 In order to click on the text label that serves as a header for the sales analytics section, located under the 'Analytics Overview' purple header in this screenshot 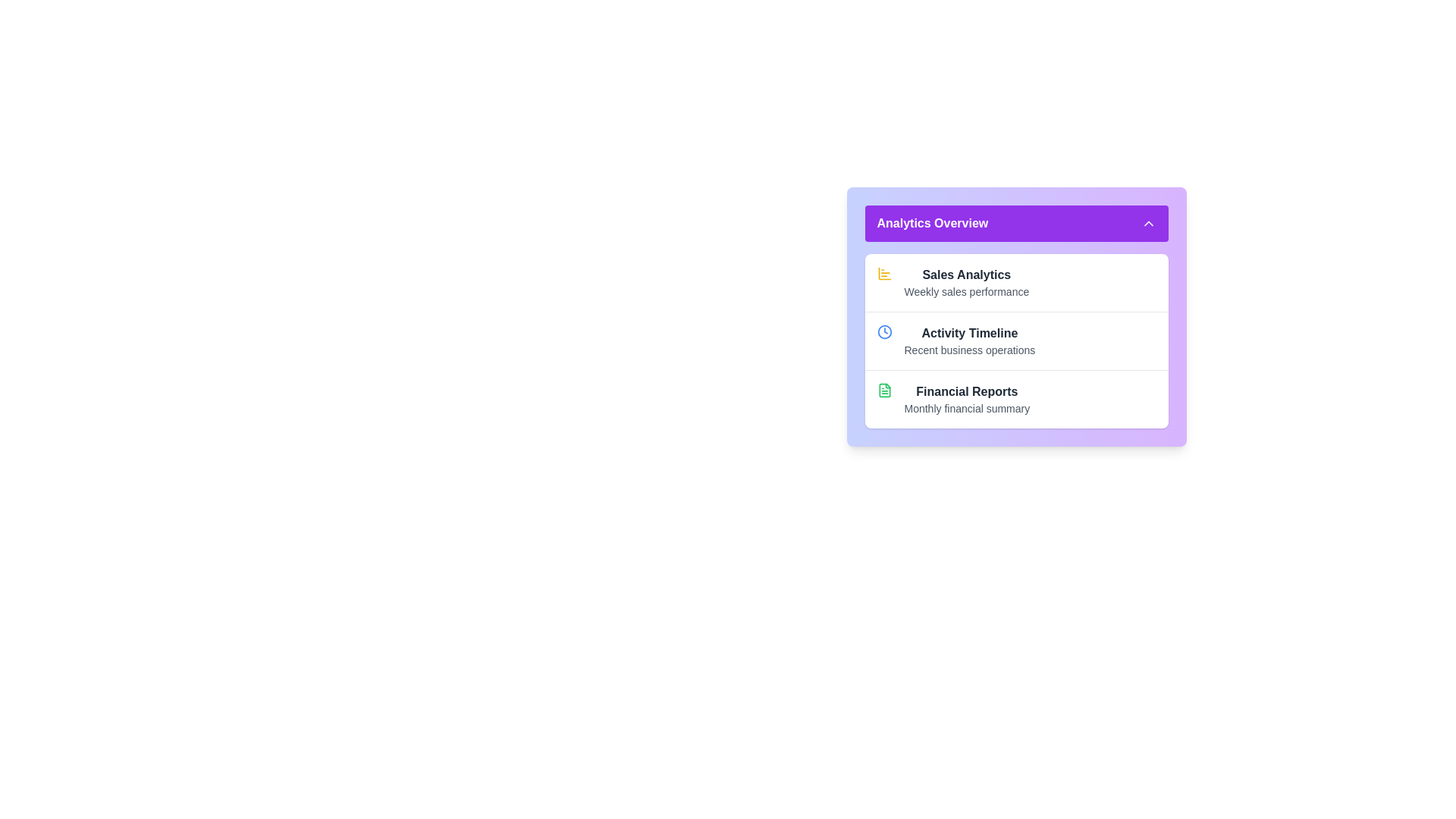, I will do `click(965, 275)`.